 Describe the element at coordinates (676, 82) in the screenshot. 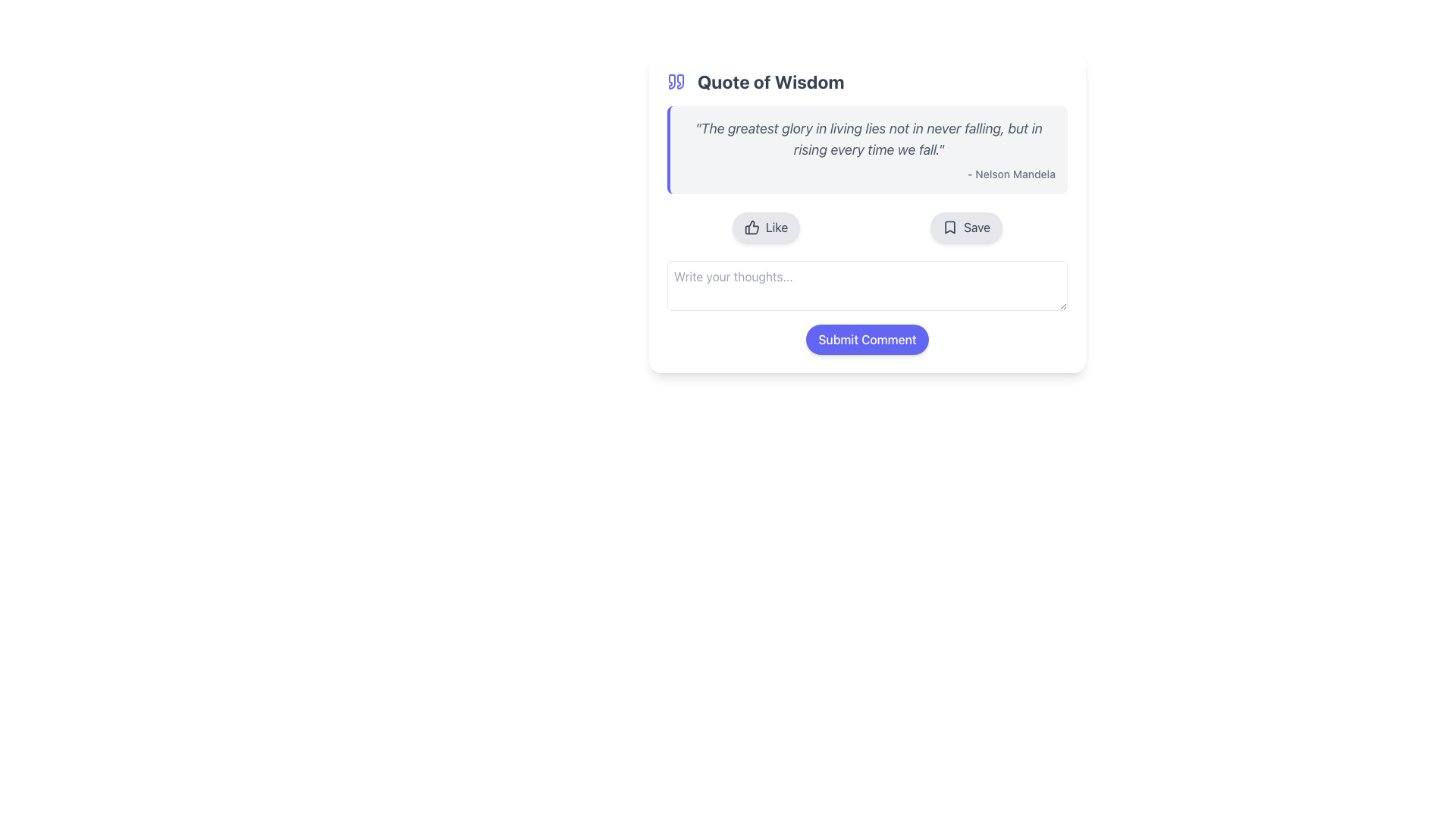

I see `the decorative icon located to the left of the heading 'Quote of Wisdom'` at that location.